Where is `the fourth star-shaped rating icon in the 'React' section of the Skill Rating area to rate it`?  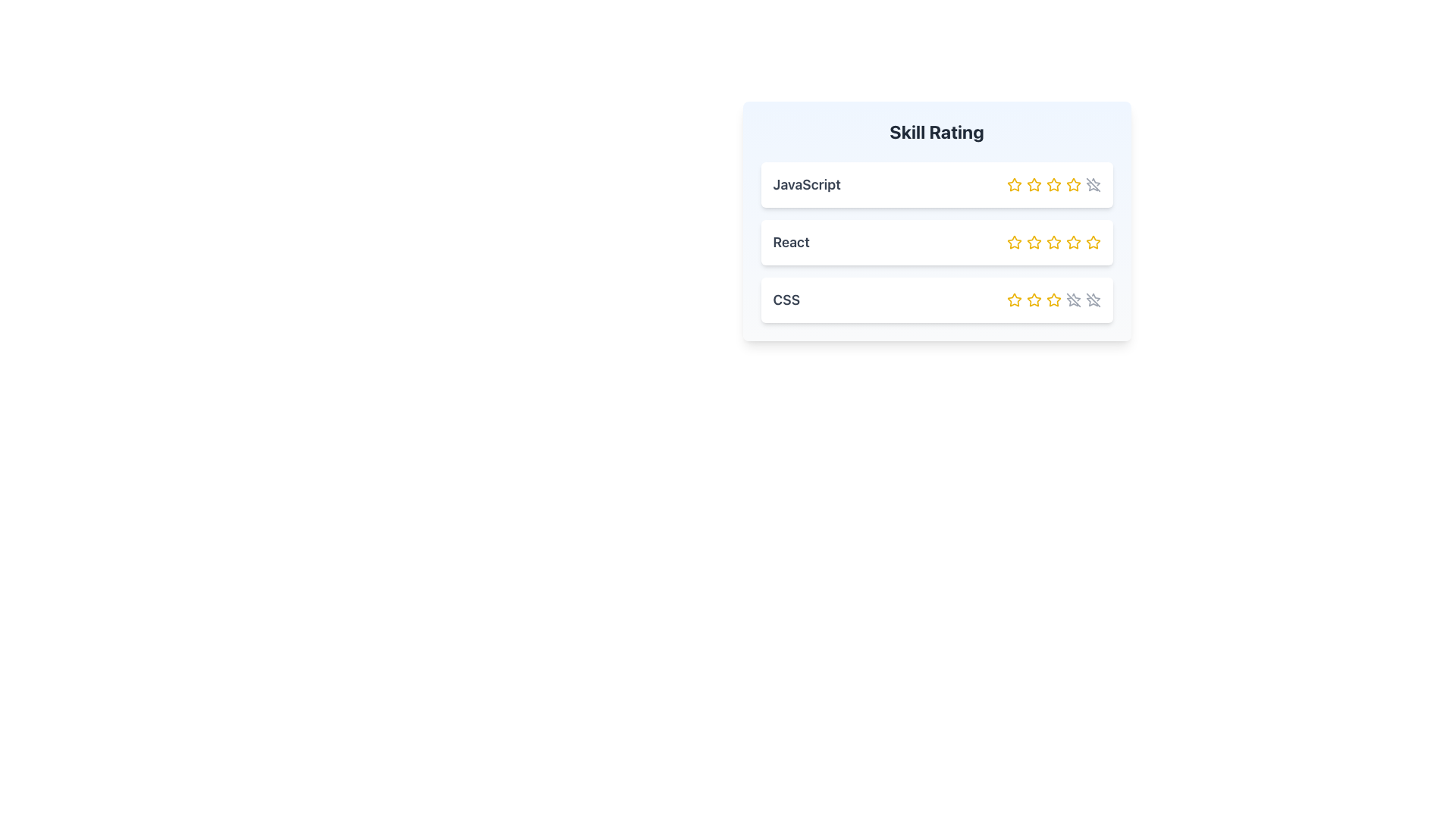
the fourth star-shaped rating icon in the 'React' section of the Skill Rating area to rate it is located at coordinates (1053, 242).